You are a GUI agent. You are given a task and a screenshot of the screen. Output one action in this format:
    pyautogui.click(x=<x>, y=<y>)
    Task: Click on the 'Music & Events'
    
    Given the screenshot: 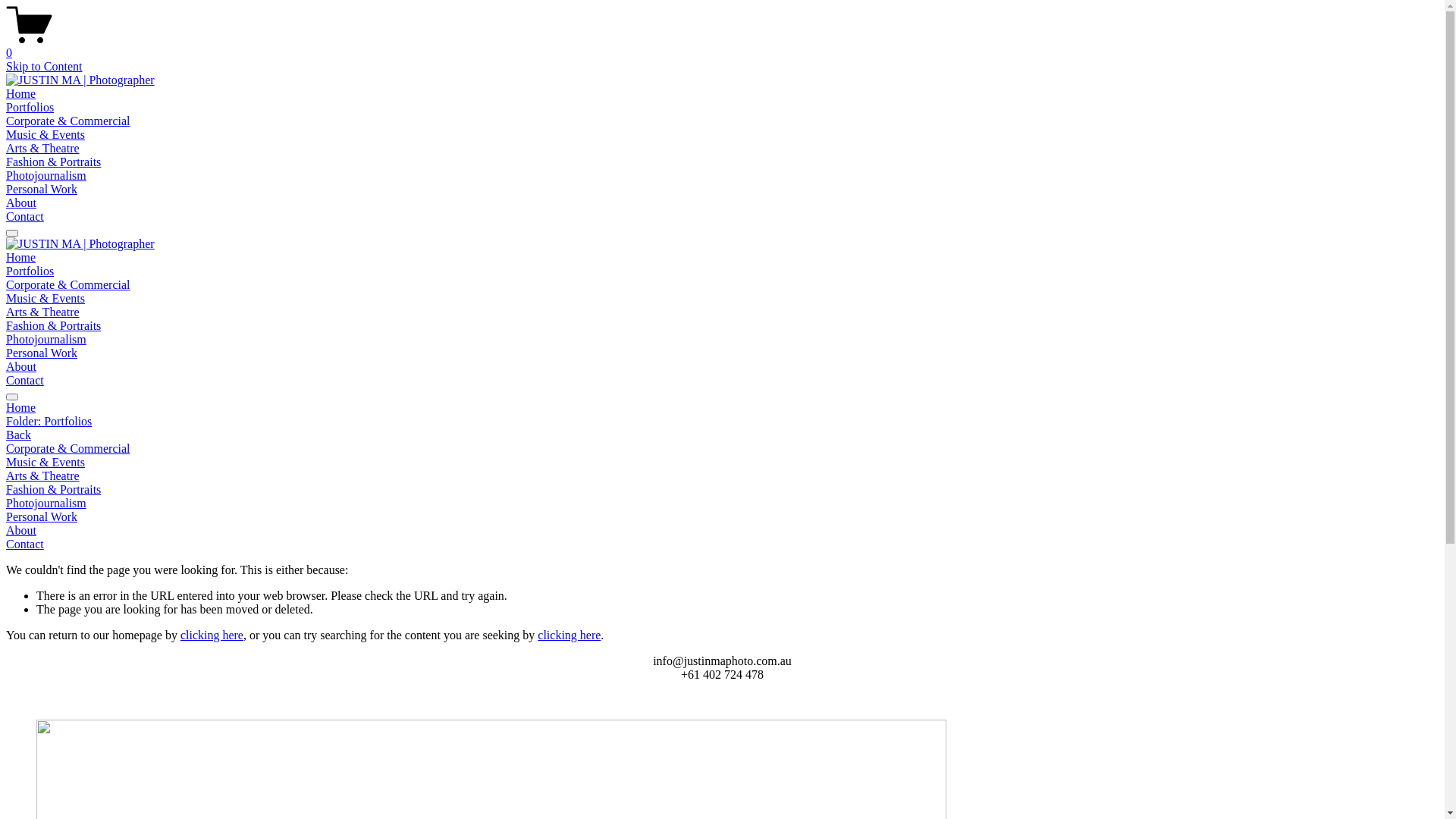 What is the action you would take?
    pyautogui.click(x=721, y=461)
    